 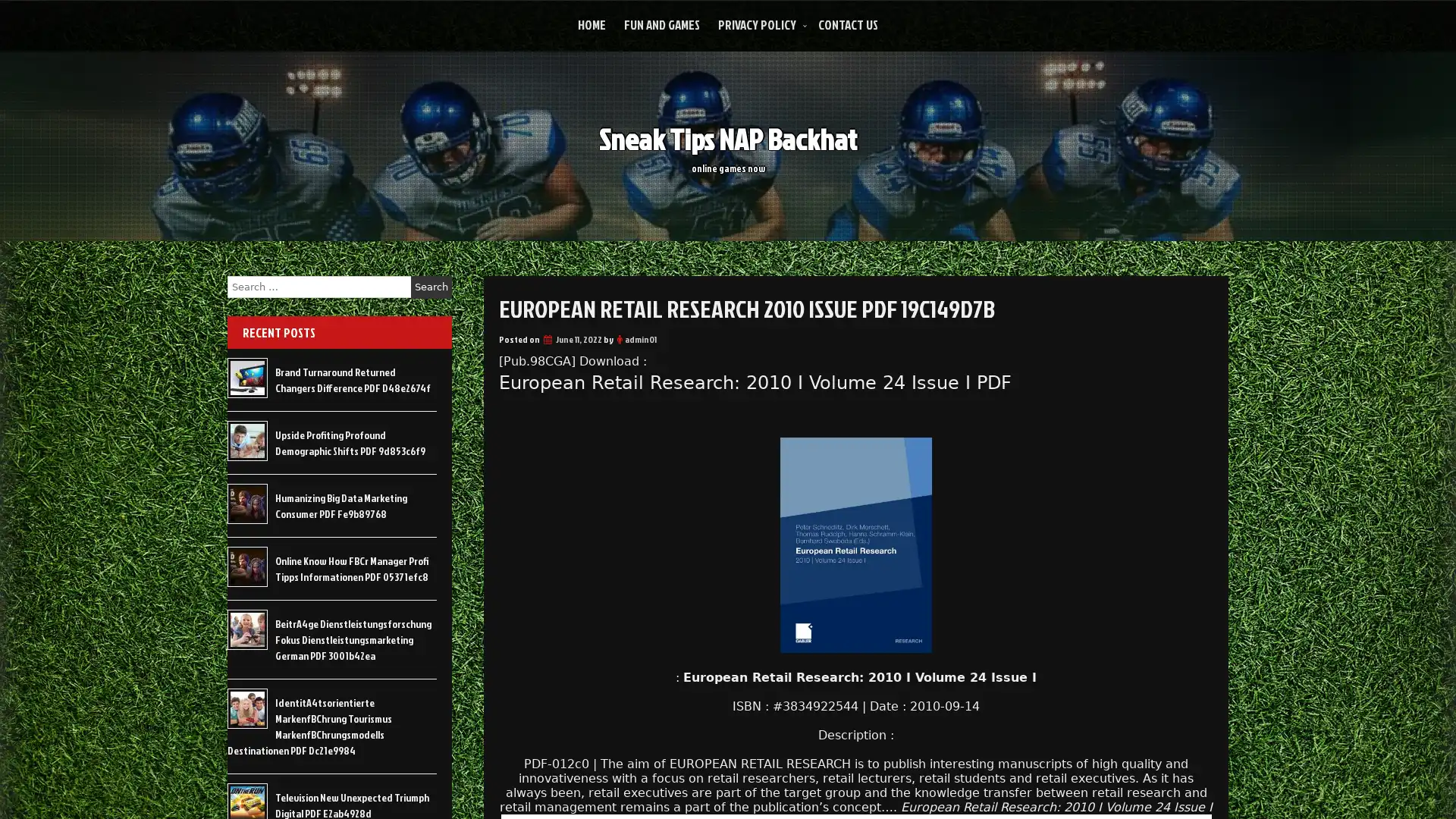 I want to click on Search, so click(x=431, y=287).